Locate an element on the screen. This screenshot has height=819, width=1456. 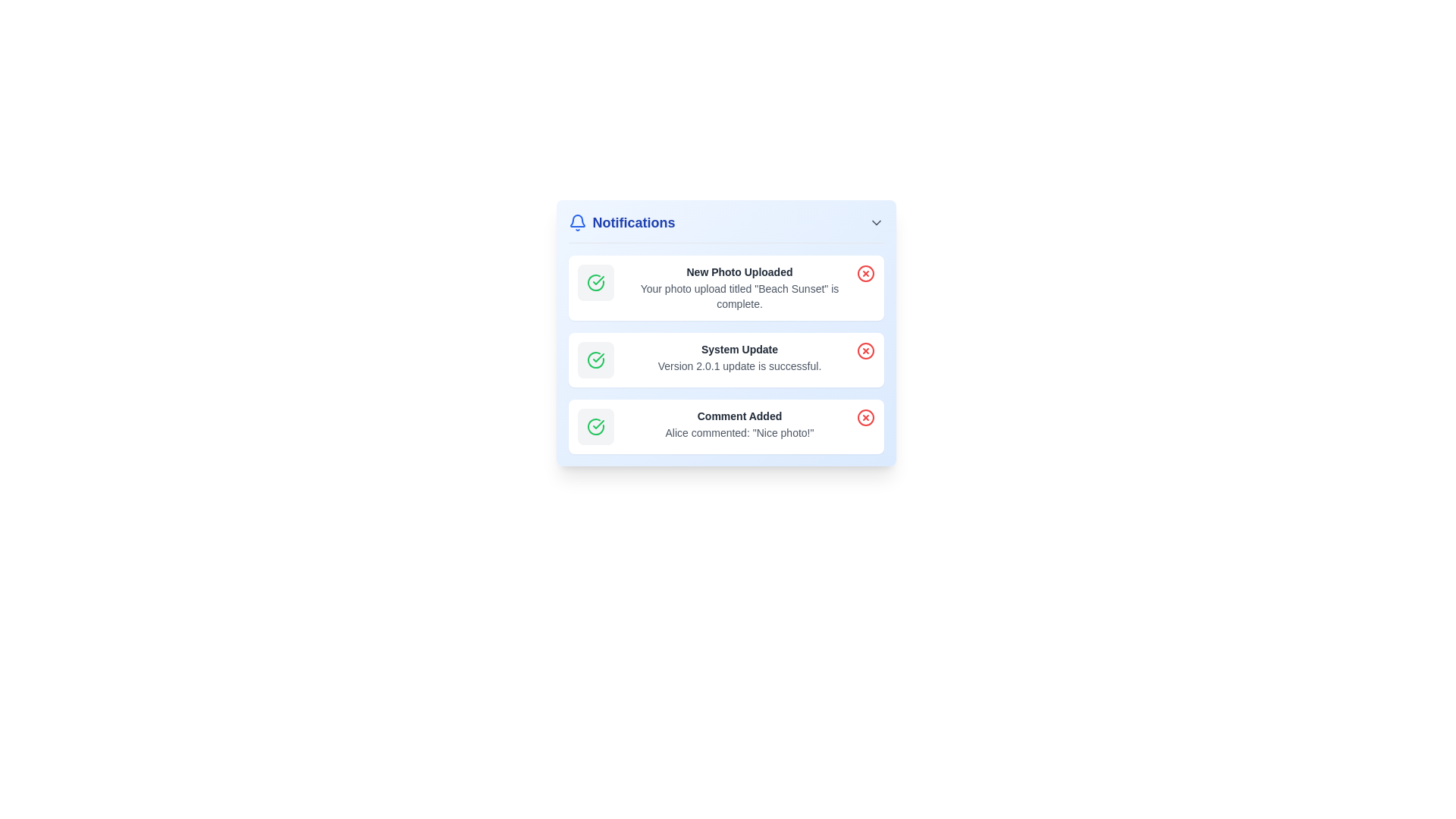
the green check mark icon located in the second notification item of the list, which indicates a system update message is located at coordinates (597, 357).